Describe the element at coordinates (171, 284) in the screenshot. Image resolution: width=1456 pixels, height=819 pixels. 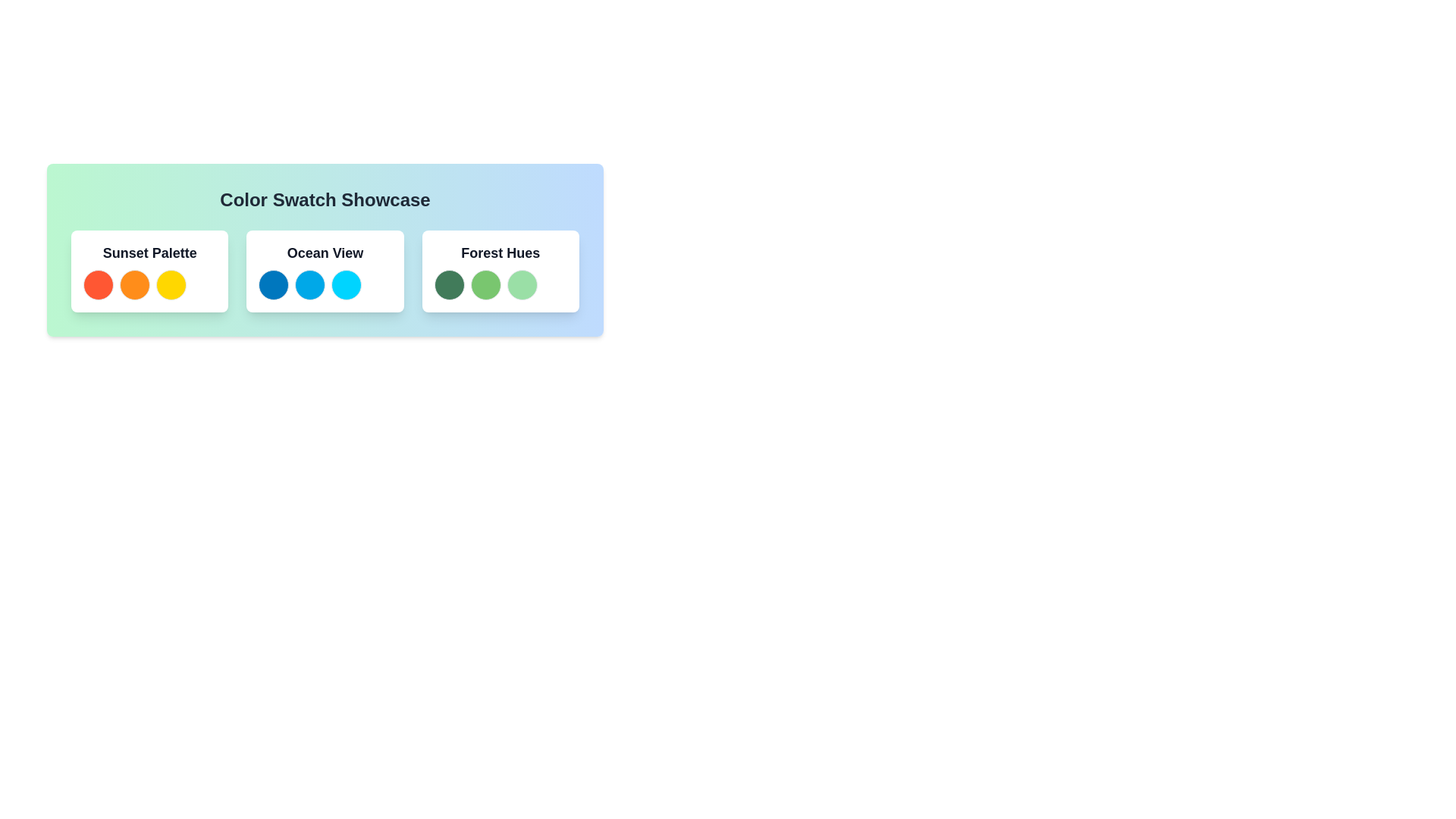
I see `the third color swatch in the 'Sunset Palette' section, which is a circular shape with a yellow background color and a thin border` at that location.